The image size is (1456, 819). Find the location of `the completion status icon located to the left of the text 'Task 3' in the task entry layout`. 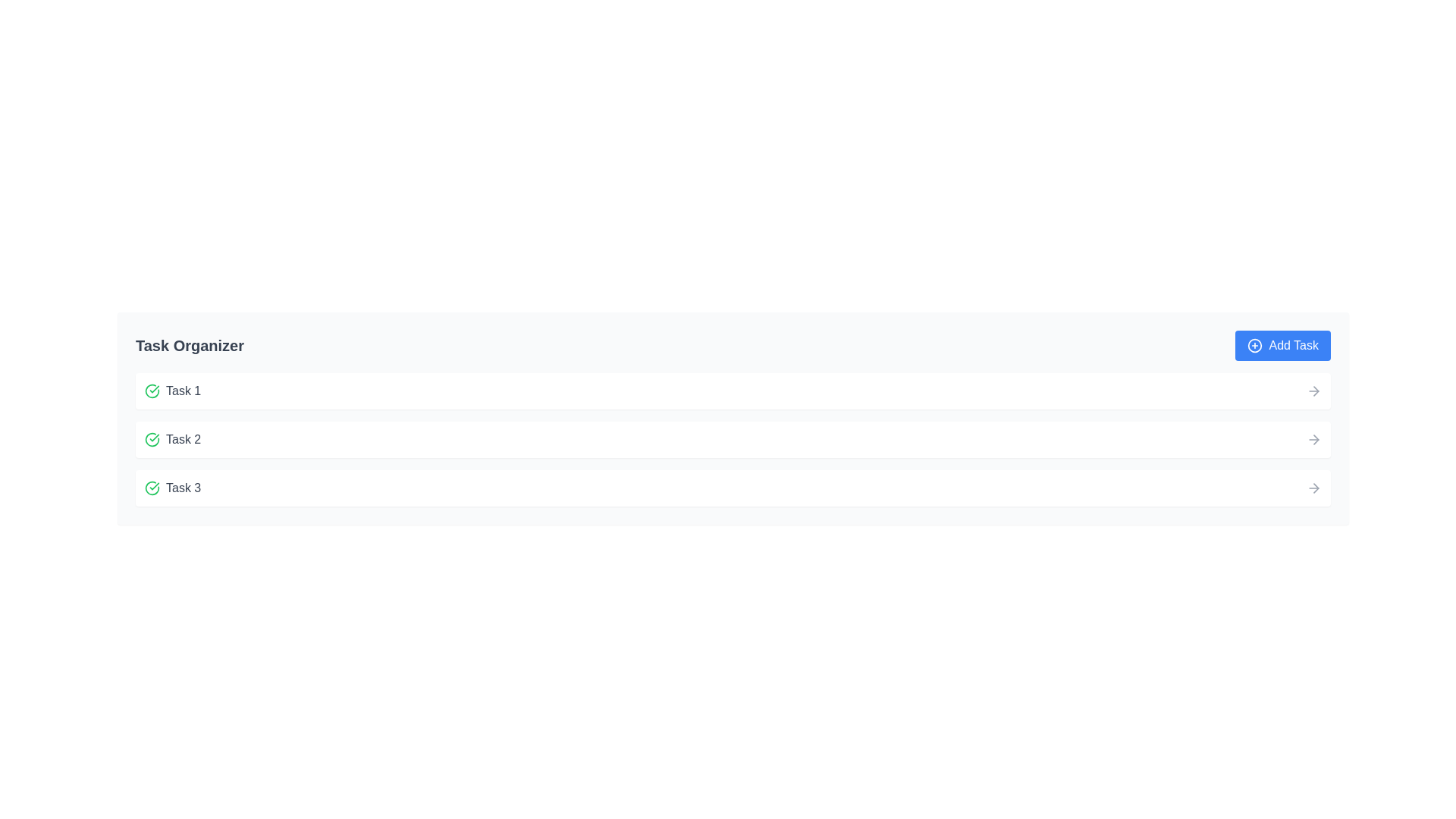

the completion status icon located to the left of the text 'Task 3' in the task entry layout is located at coordinates (152, 488).